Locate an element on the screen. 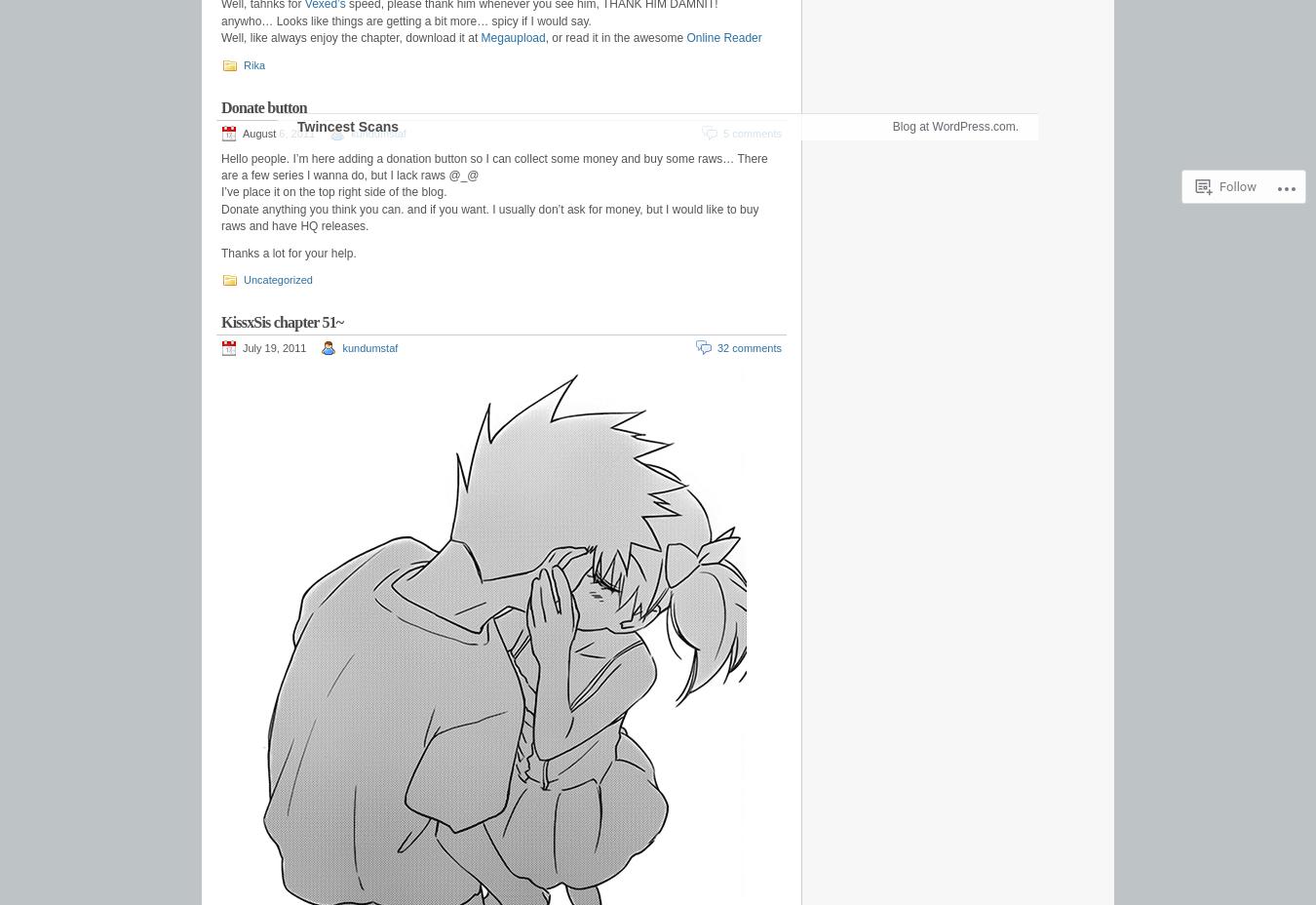 The height and width of the screenshot is (905, 1316). 'Twincest Scans' is located at coordinates (347, 176).